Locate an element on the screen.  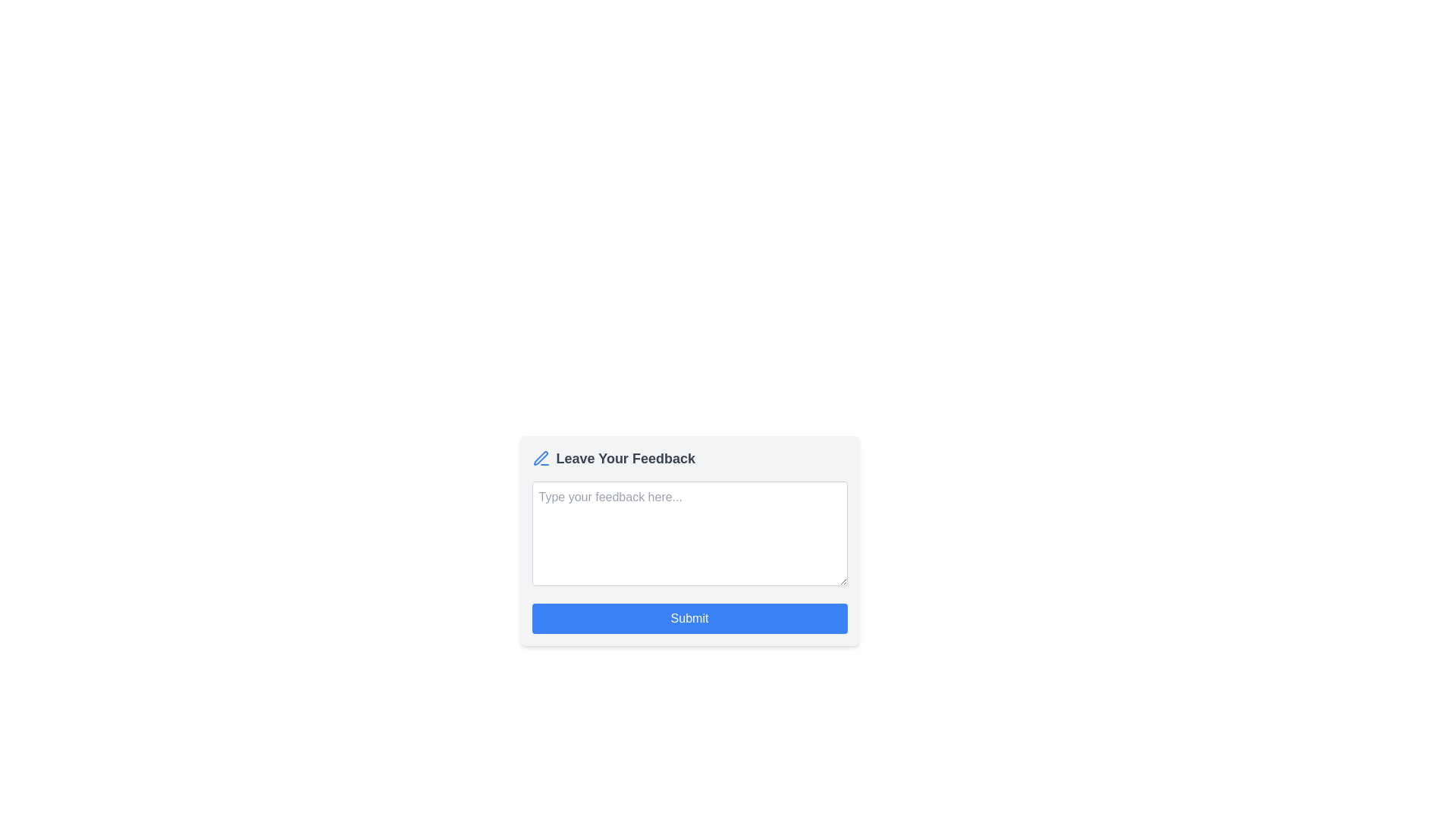
the main label for the feedback form, which is located above the input field and to the right of a blue pen icon is located at coordinates (626, 458).